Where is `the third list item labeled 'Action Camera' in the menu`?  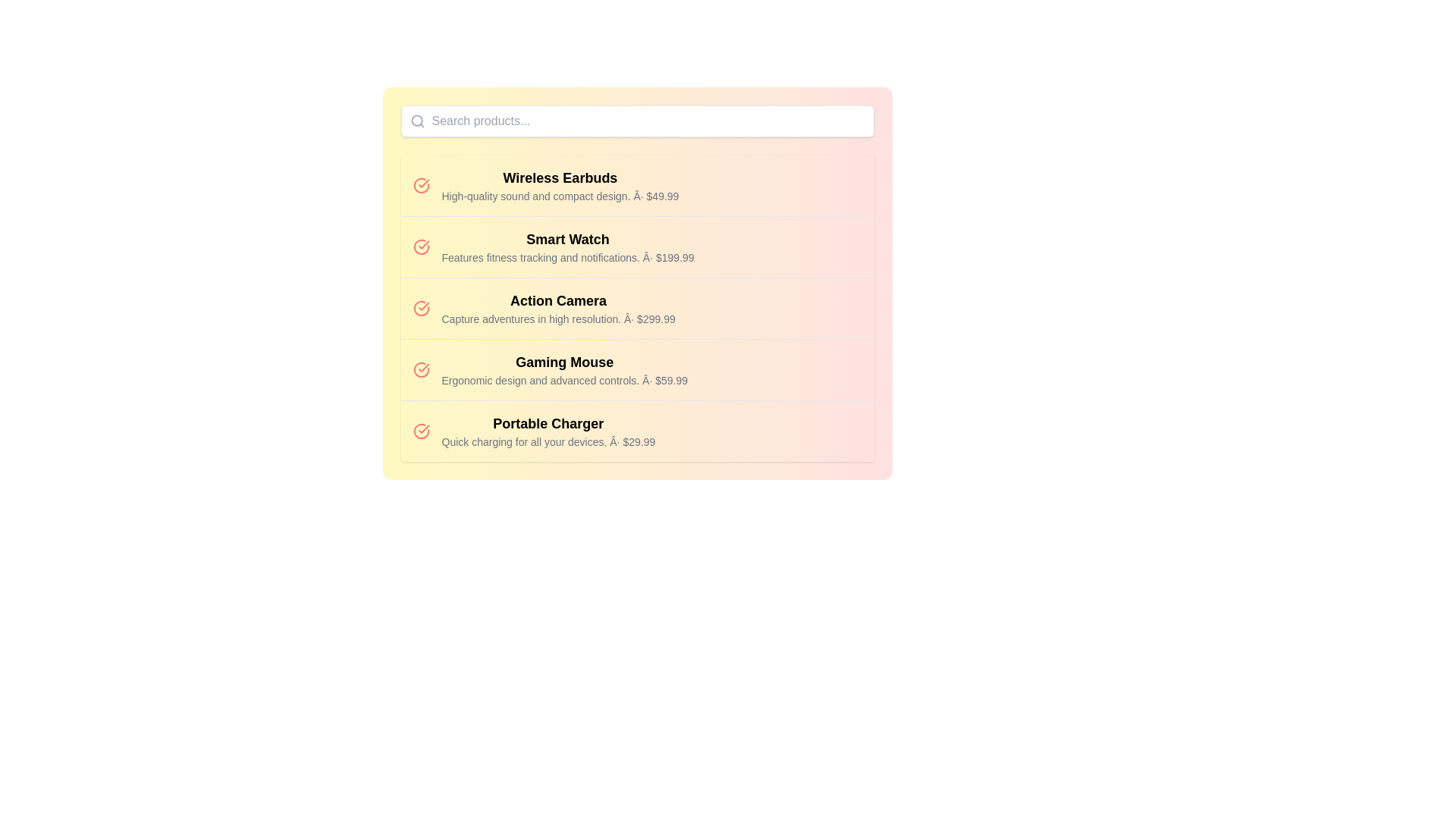
the third list item labeled 'Action Camera' in the menu is located at coordinates (637, 308).